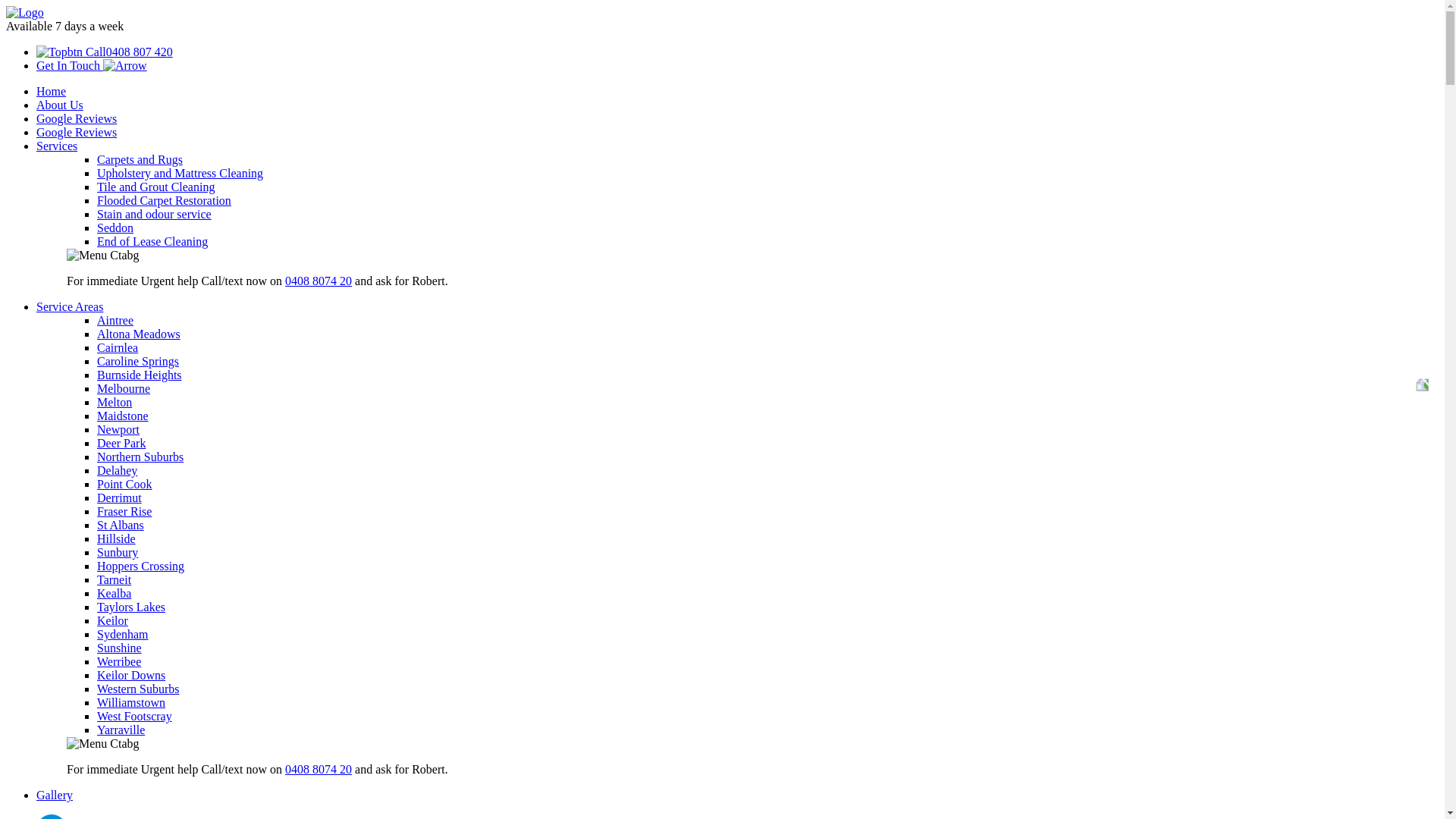  I want to click on 'Tile and Grout Cleaning', so click(155, 186).